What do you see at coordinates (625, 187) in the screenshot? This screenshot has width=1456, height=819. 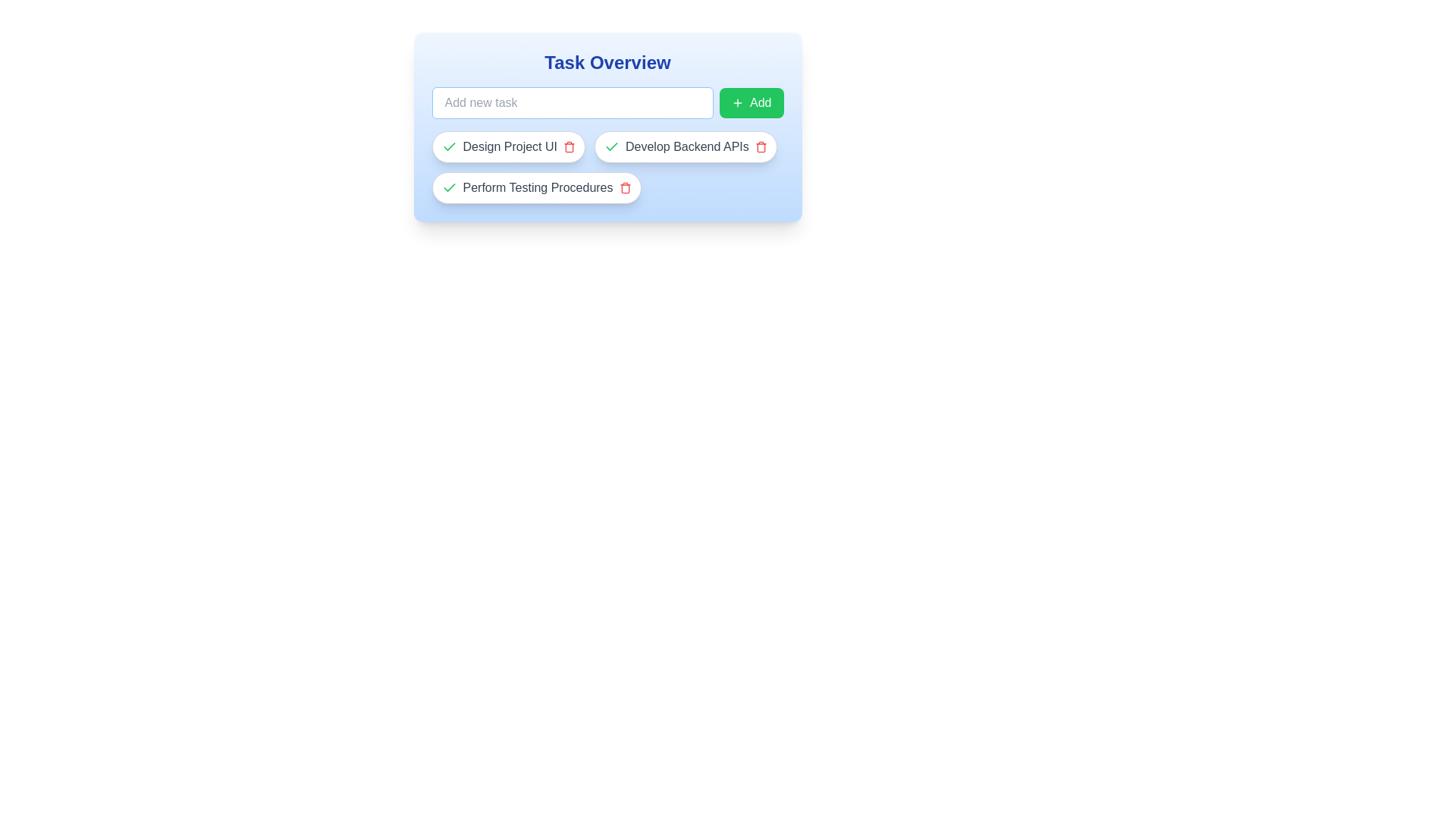 I see `the trash icon next to the task labeled Perform Testing Procedures to remove it` at bounding box center [625, 187].